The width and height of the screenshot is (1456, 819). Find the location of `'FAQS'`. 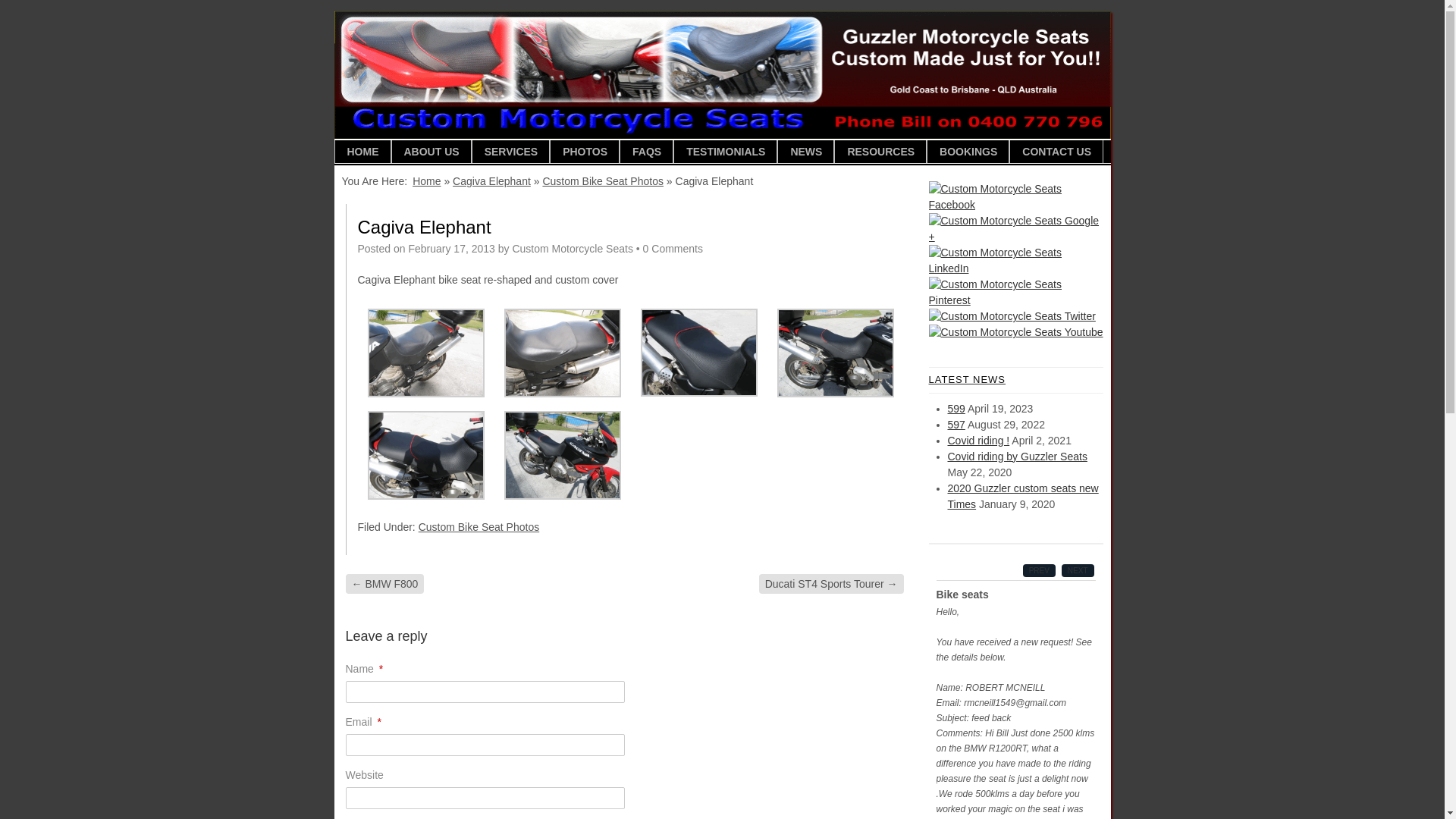

'FAQS' is located at coordinates (646, 152).